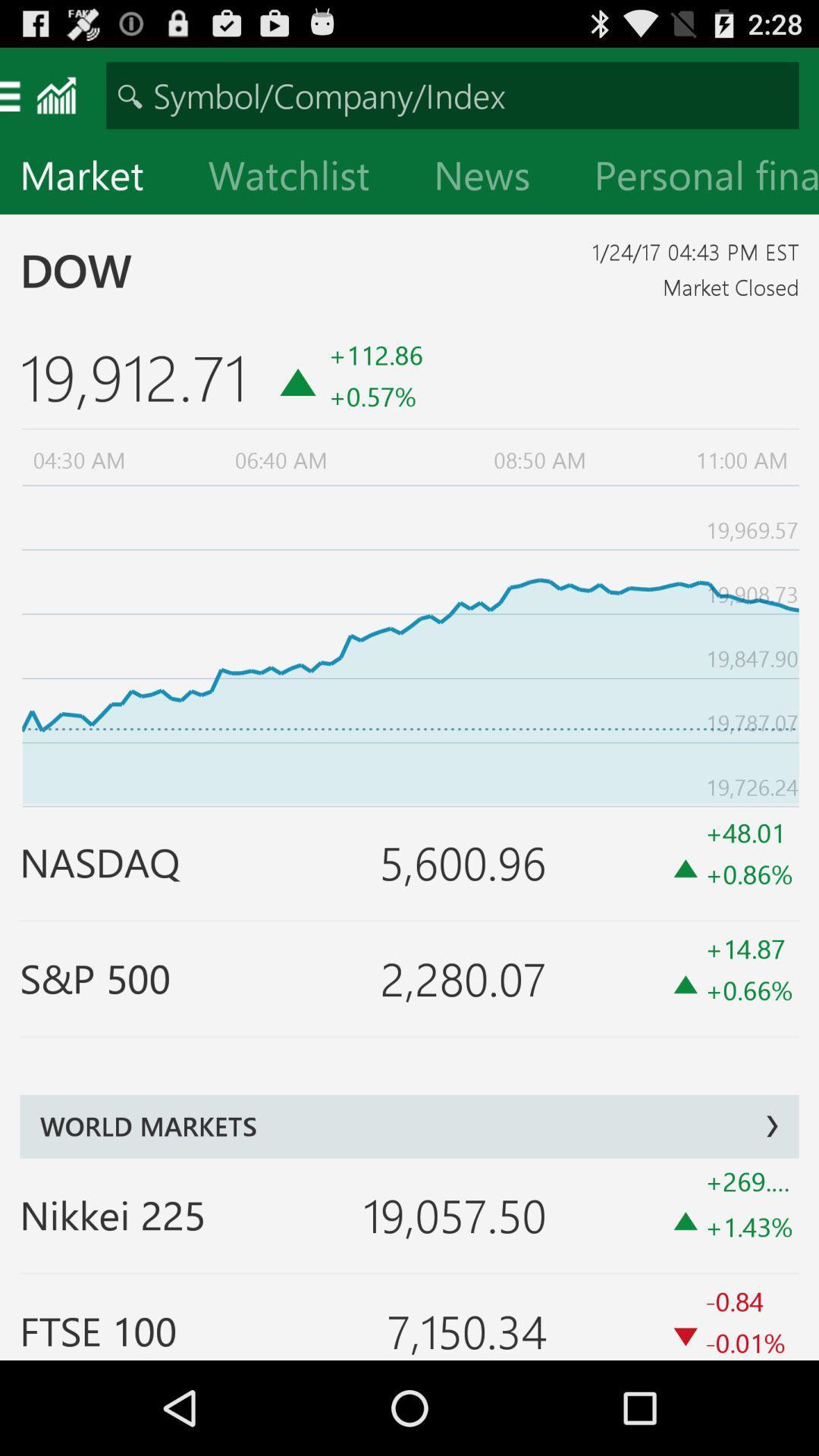 The image size is (819, 1456). I want to click on item to the left of the 1 24 17 item, so click(184, 271).